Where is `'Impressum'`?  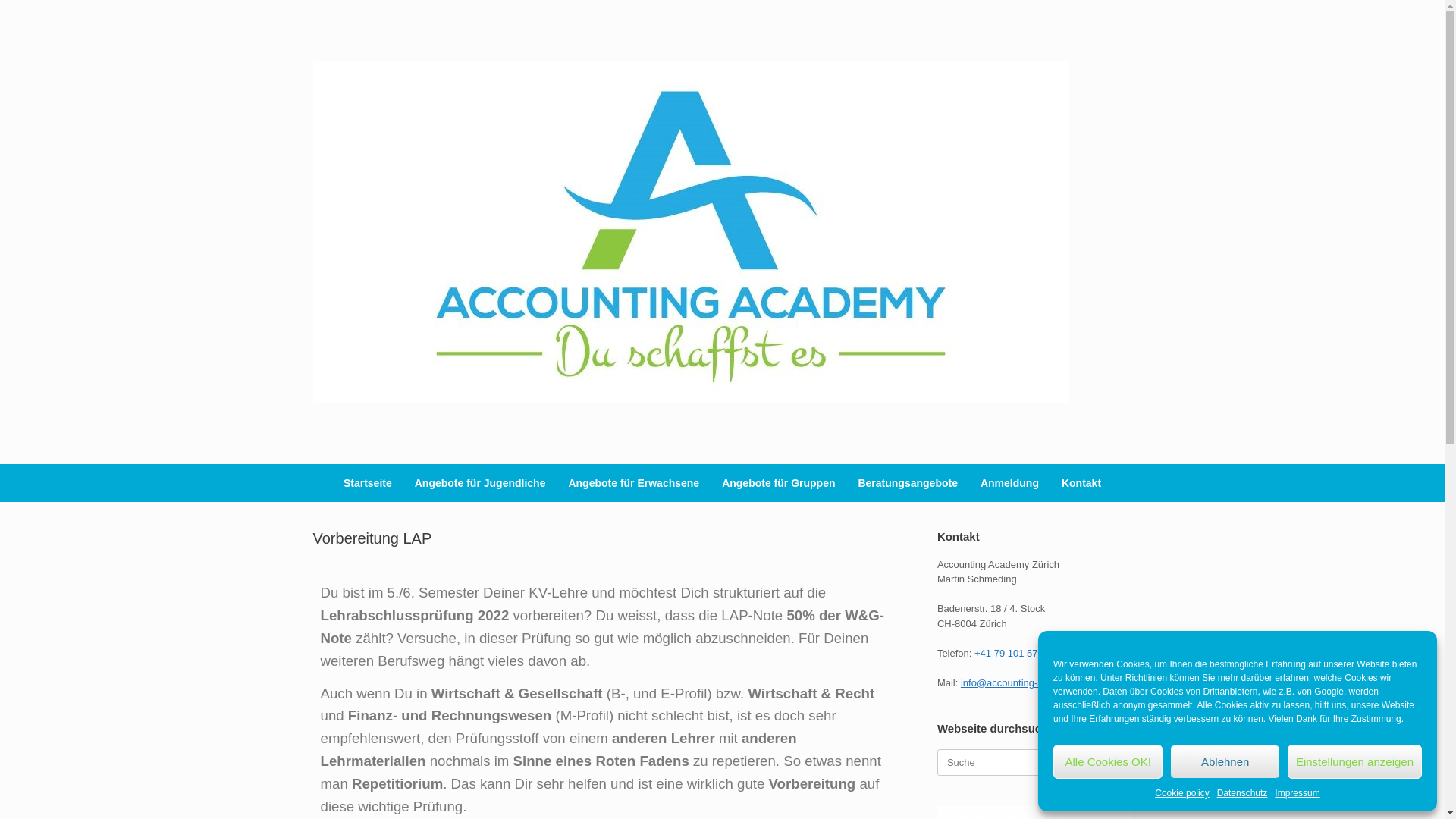 'Impressum' is located at coordinates (1296, 792).